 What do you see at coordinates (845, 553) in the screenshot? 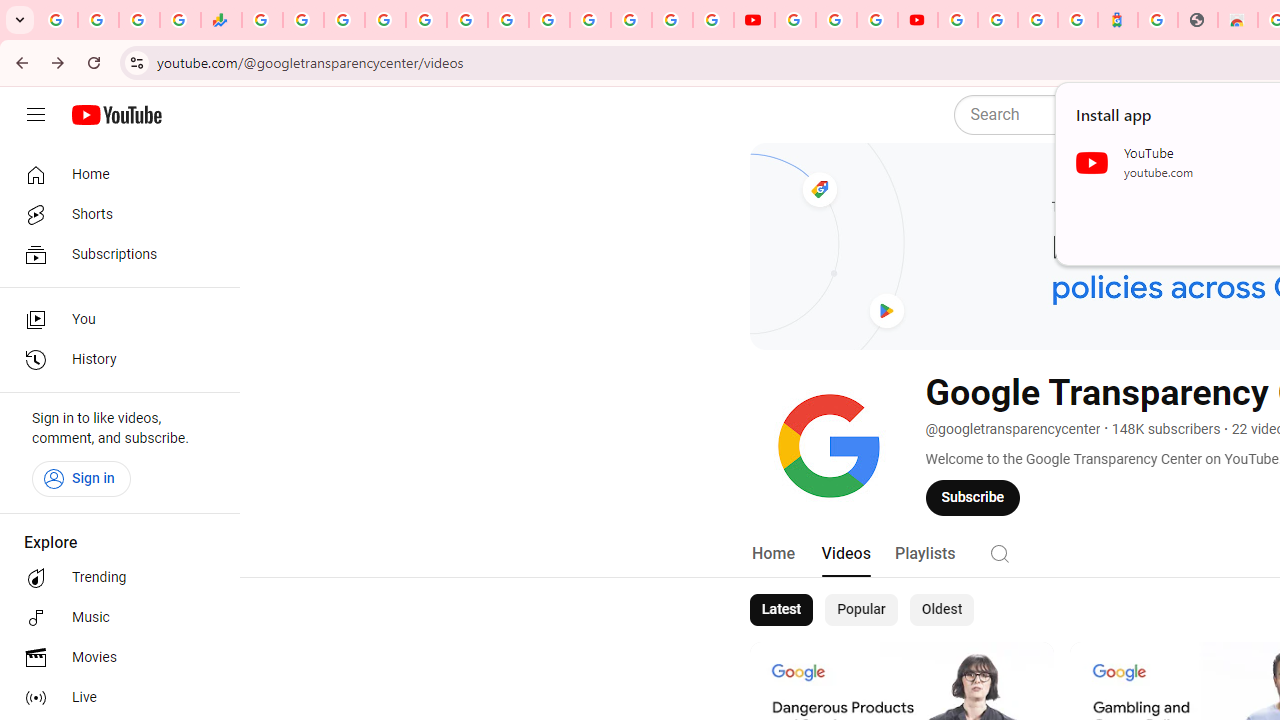
I see `'Videos'` at bounding box center [845, 553].